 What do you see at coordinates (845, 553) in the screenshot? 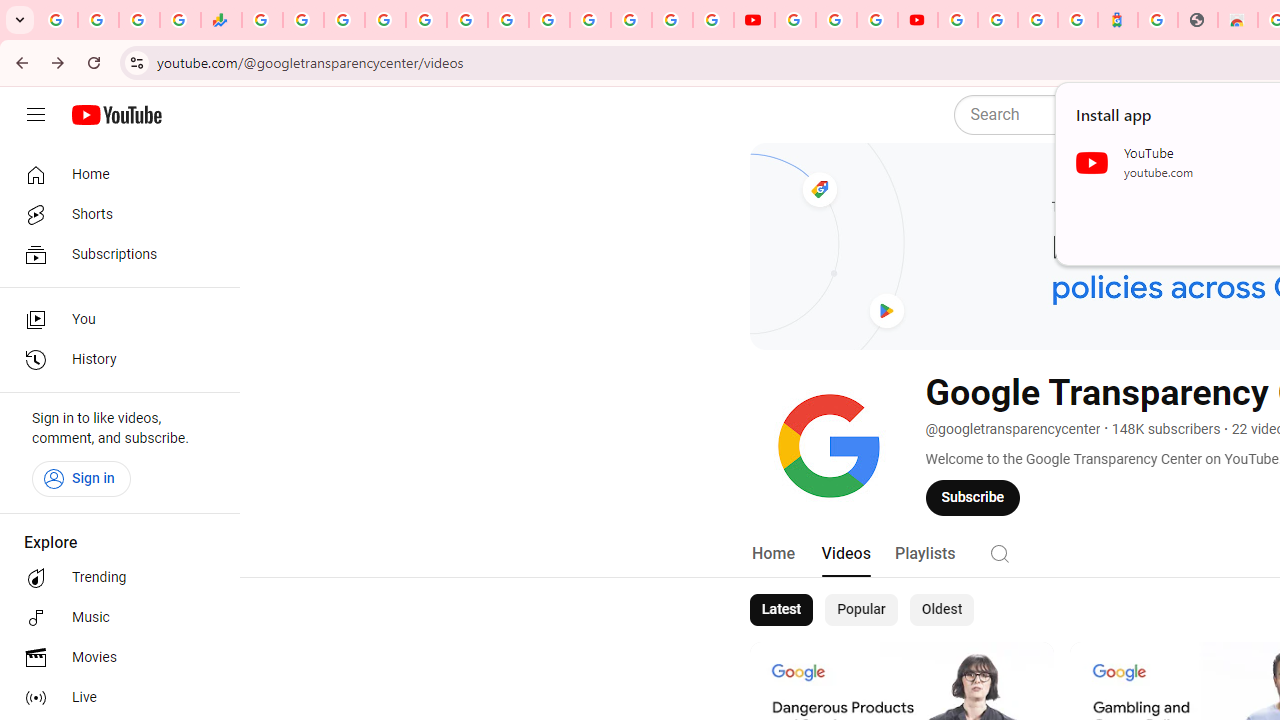
I see `'Videos'` at bounding box center [845, 553].